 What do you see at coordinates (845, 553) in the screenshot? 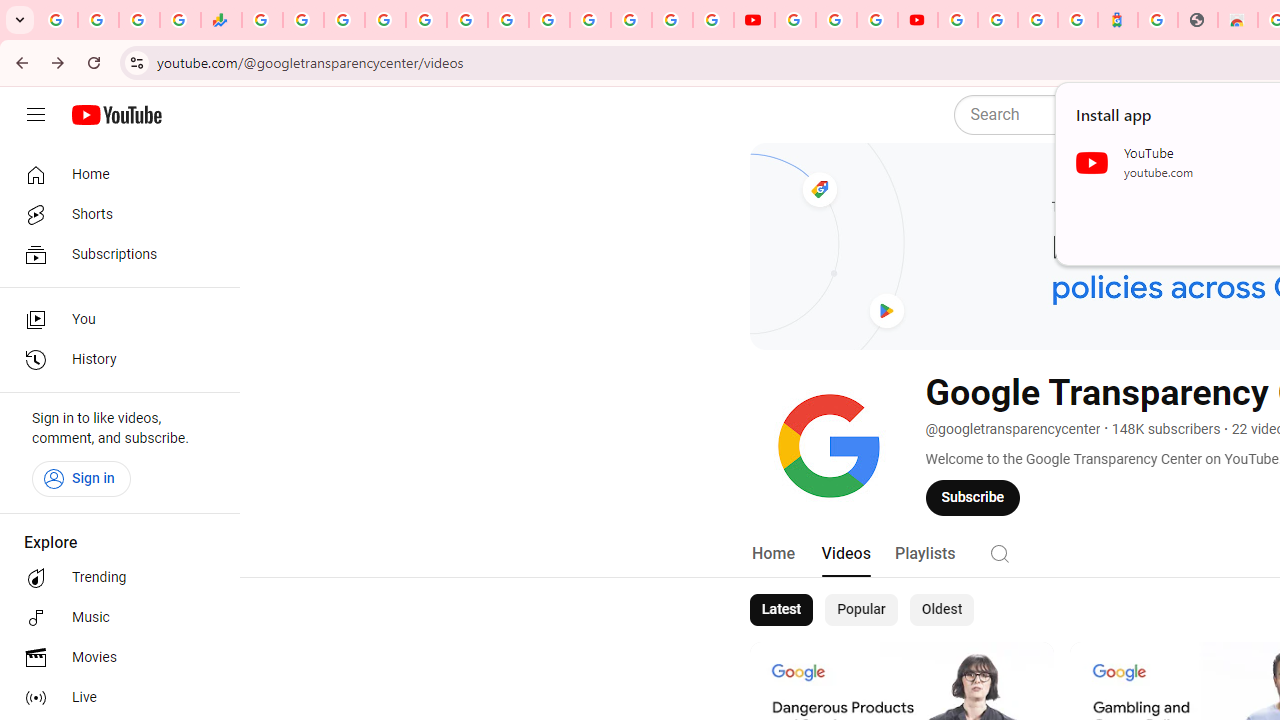
I see `'Videos'` at bounding box center [845, 553].